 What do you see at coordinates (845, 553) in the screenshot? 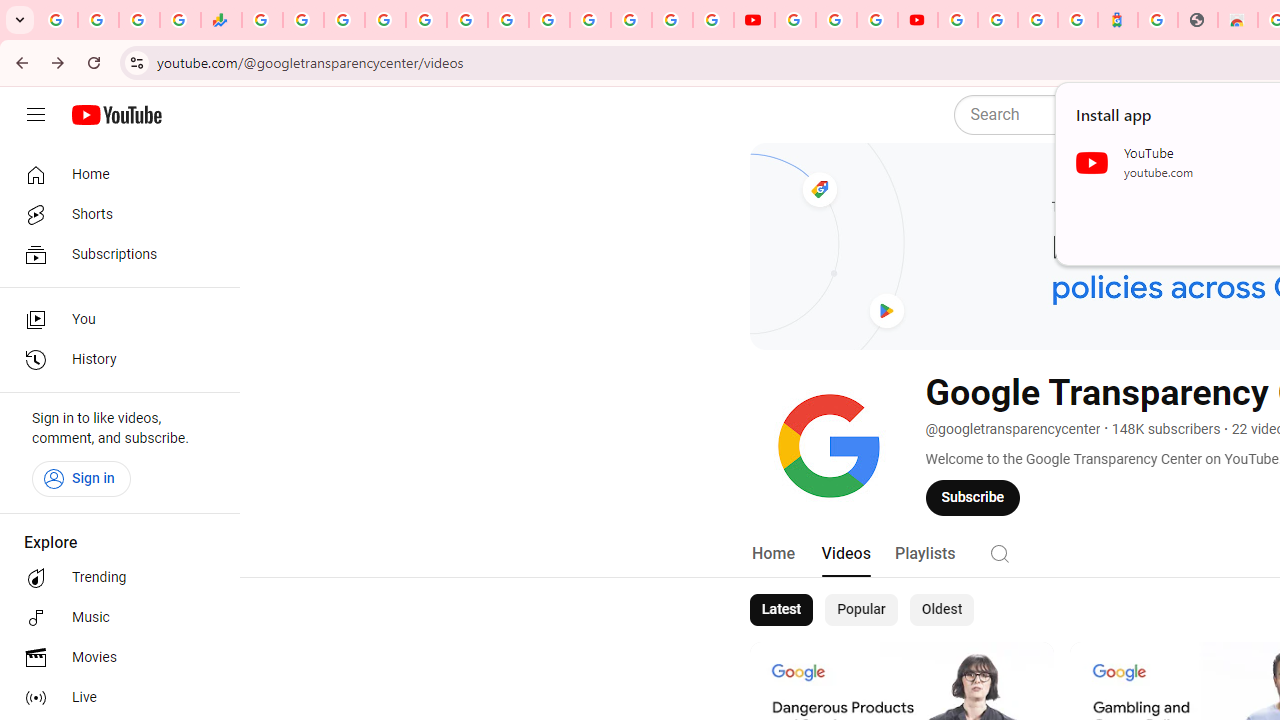
I see `'Videos'` at bounding box center [845, 553].